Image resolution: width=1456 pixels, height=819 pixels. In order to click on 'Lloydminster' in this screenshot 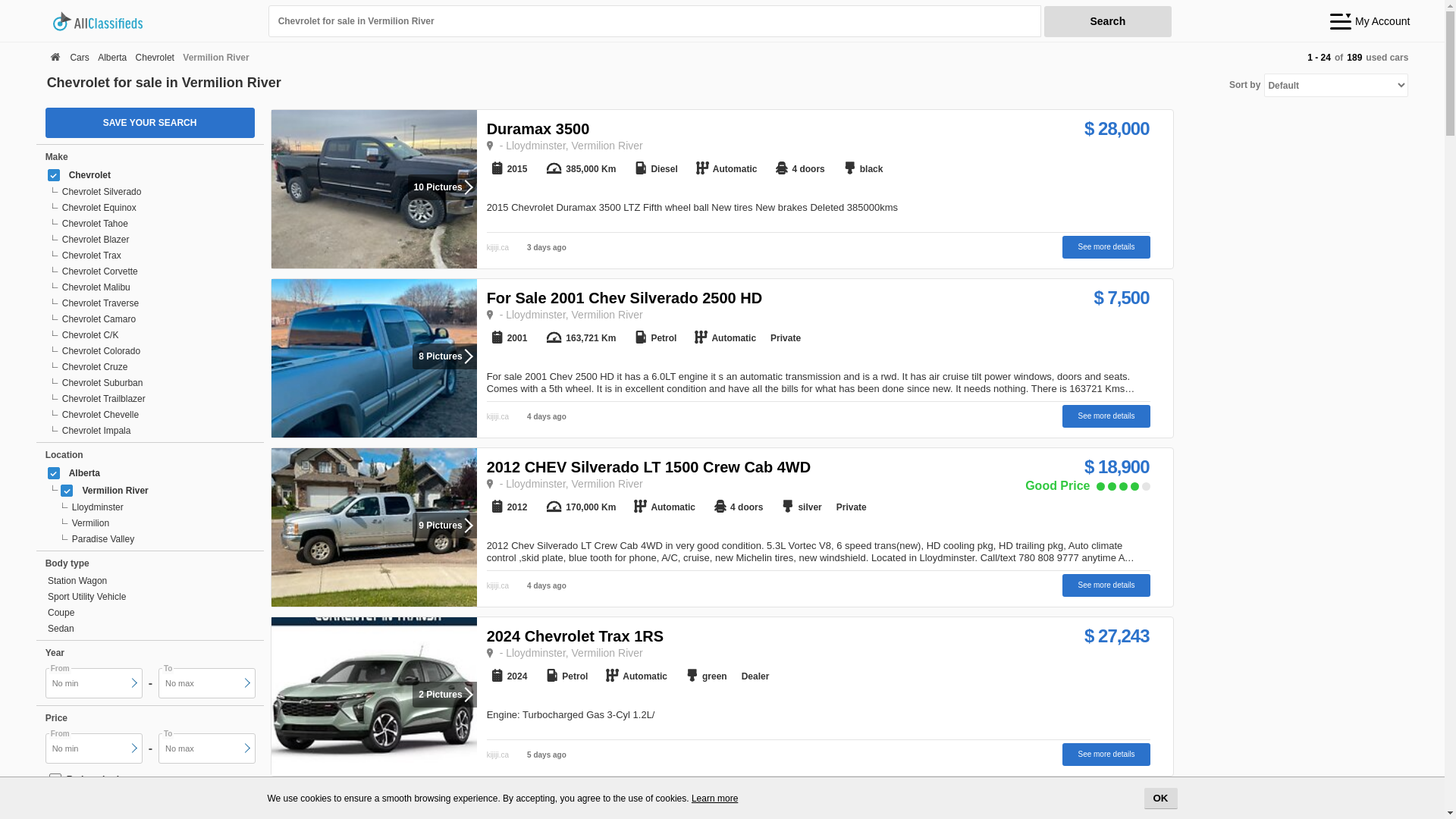, I will do `click(157, 507)`.